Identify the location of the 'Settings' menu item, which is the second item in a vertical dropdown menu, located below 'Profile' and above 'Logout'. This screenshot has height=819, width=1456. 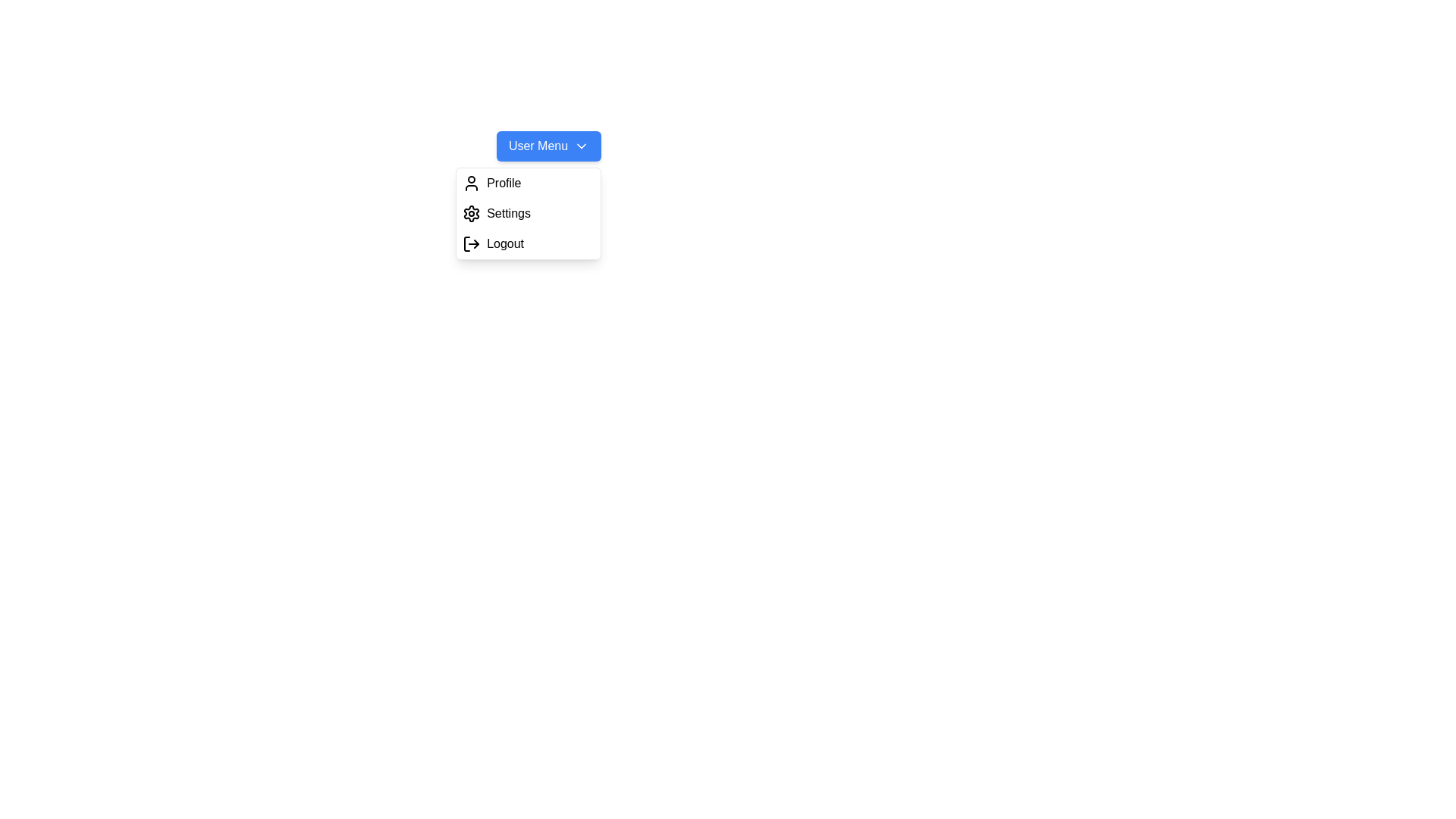
(529, 213).